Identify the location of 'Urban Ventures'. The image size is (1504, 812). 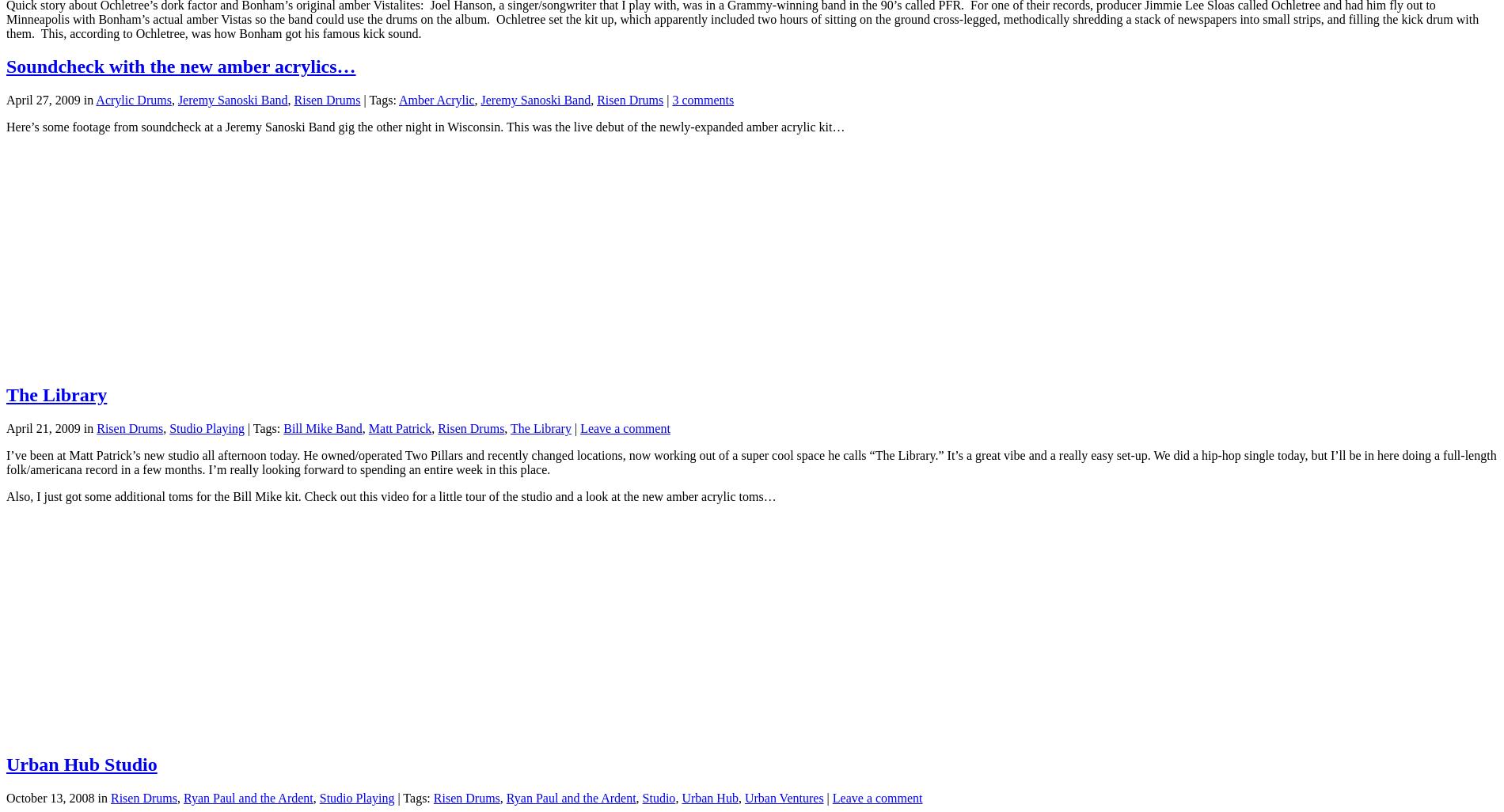
(784, 797).